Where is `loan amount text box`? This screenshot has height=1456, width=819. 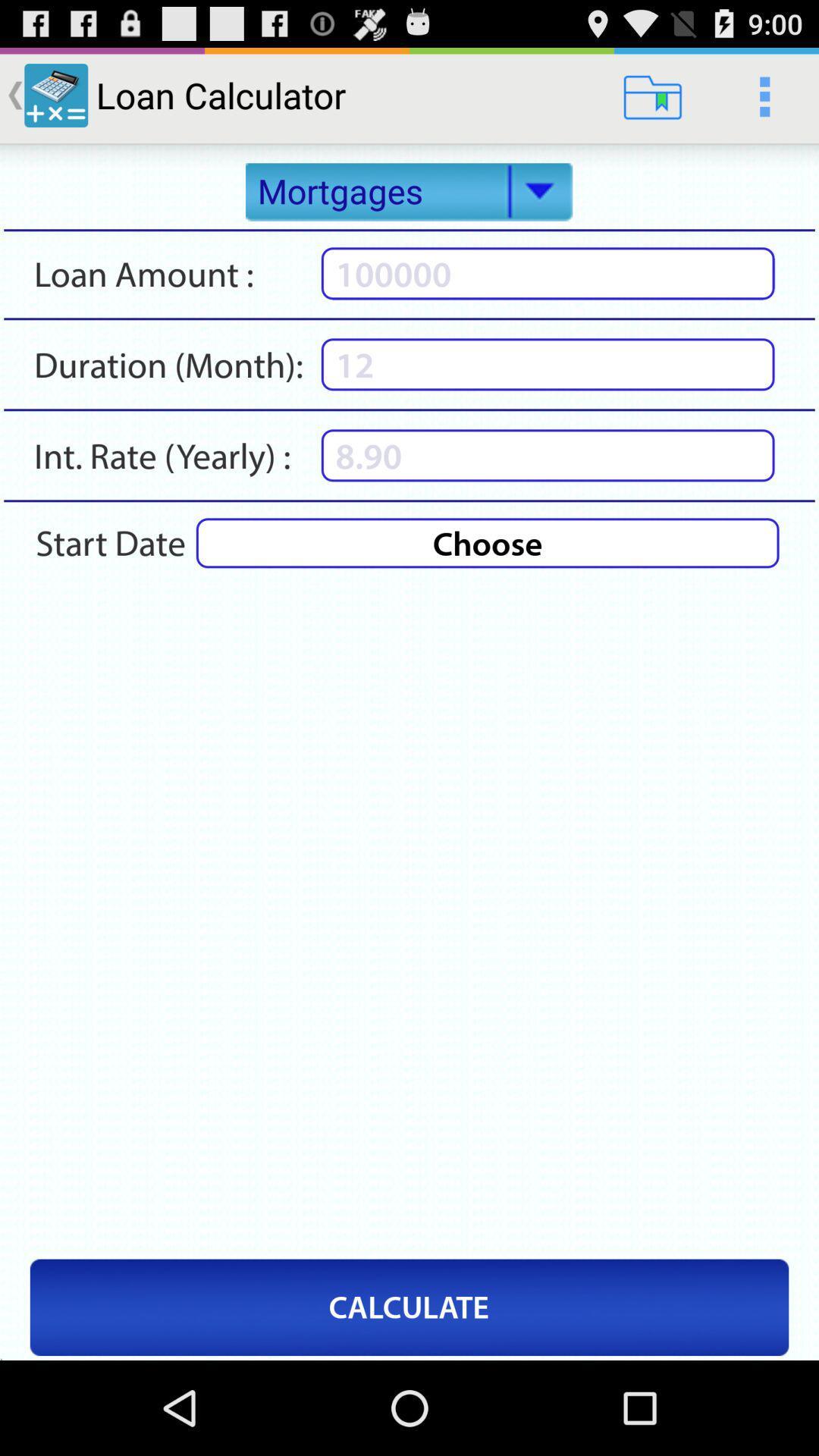 loan amount text box is located at coordinates (548, 273).